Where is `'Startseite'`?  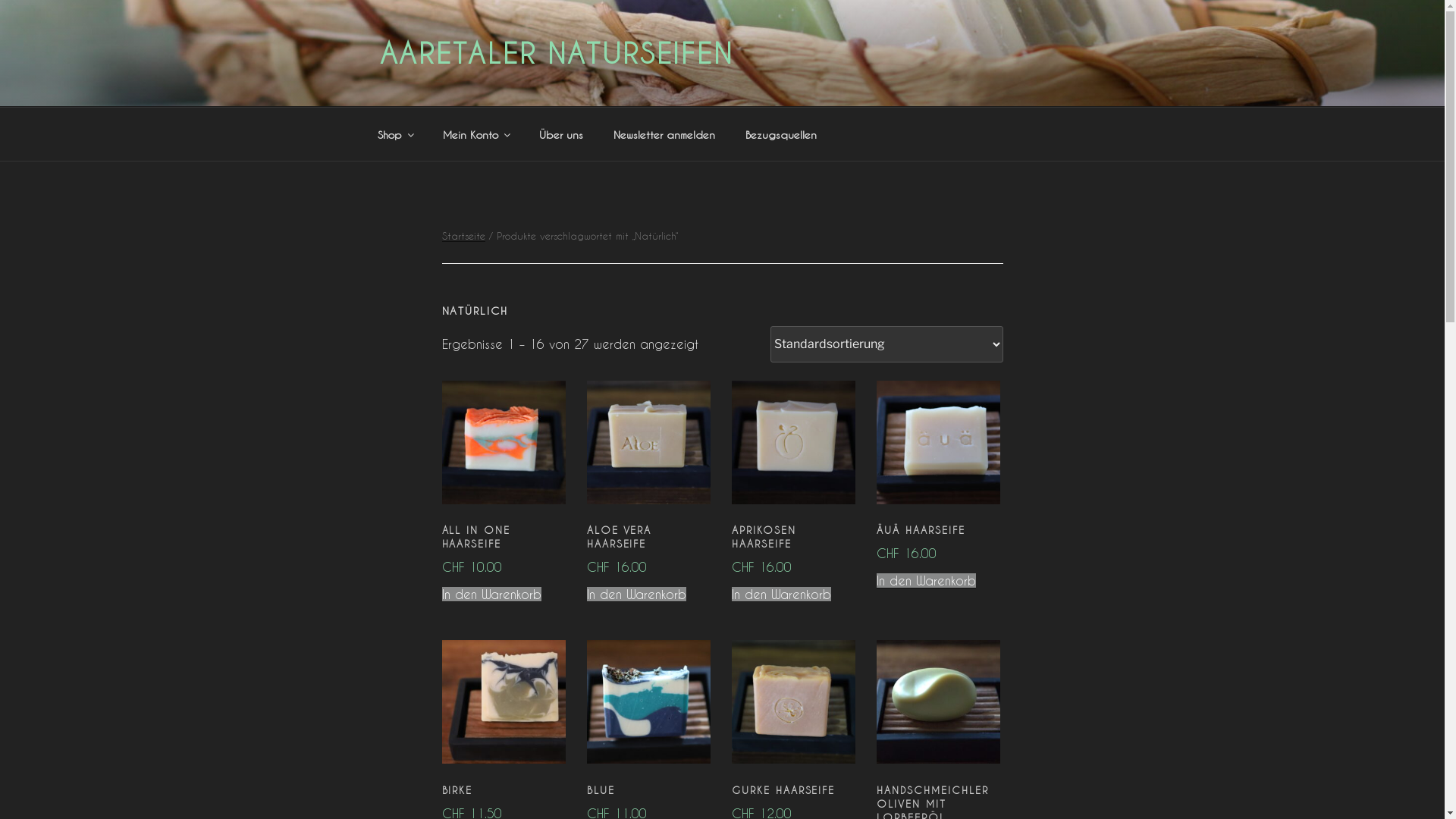
'Startseite' is located at coordinates (462, 235).